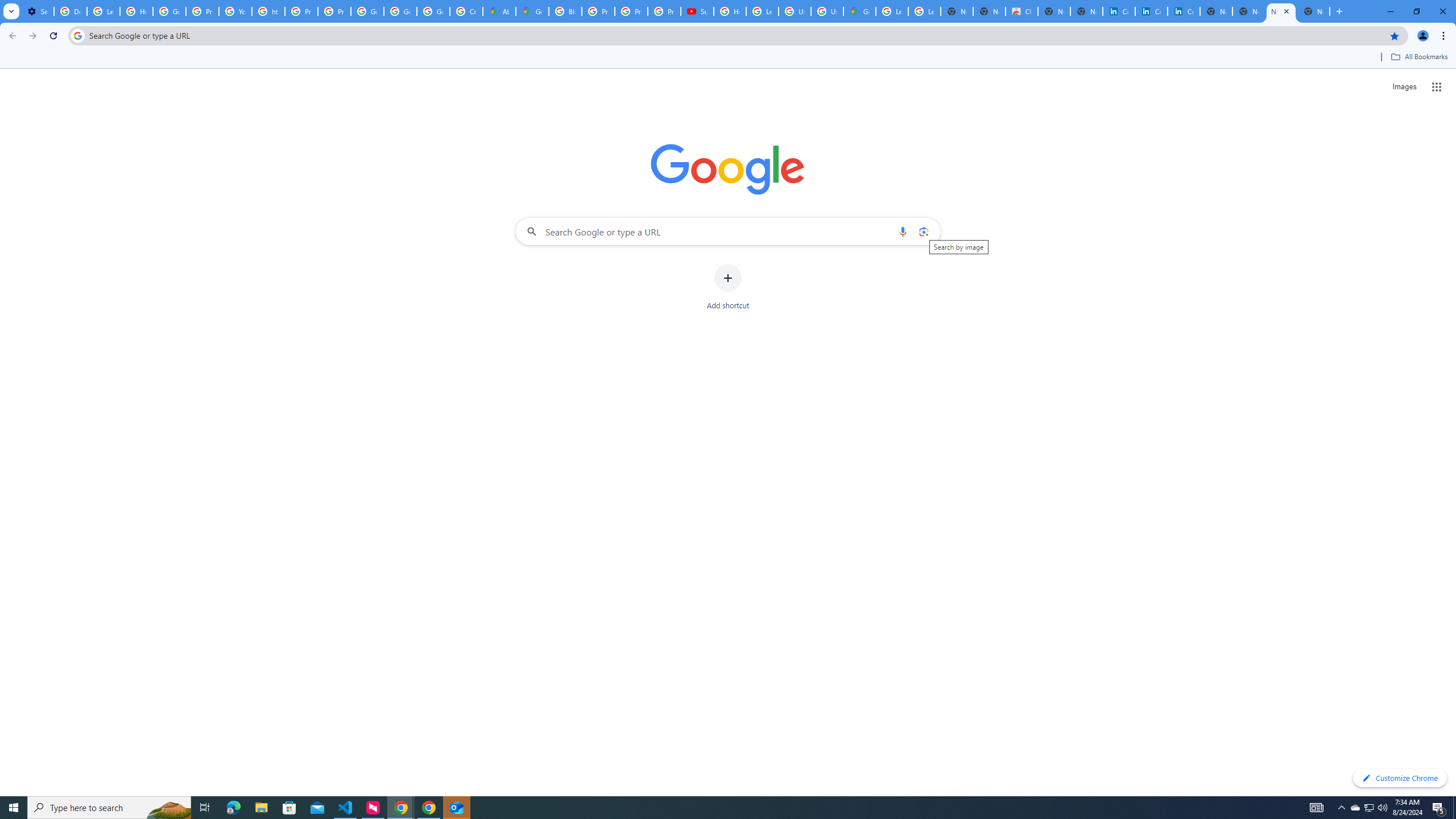 This screenshot has height=819, width=1456. Describe the element at coordinates (1020, 11) in the screenshot. I see `'Chrome Web Store'` at that location.